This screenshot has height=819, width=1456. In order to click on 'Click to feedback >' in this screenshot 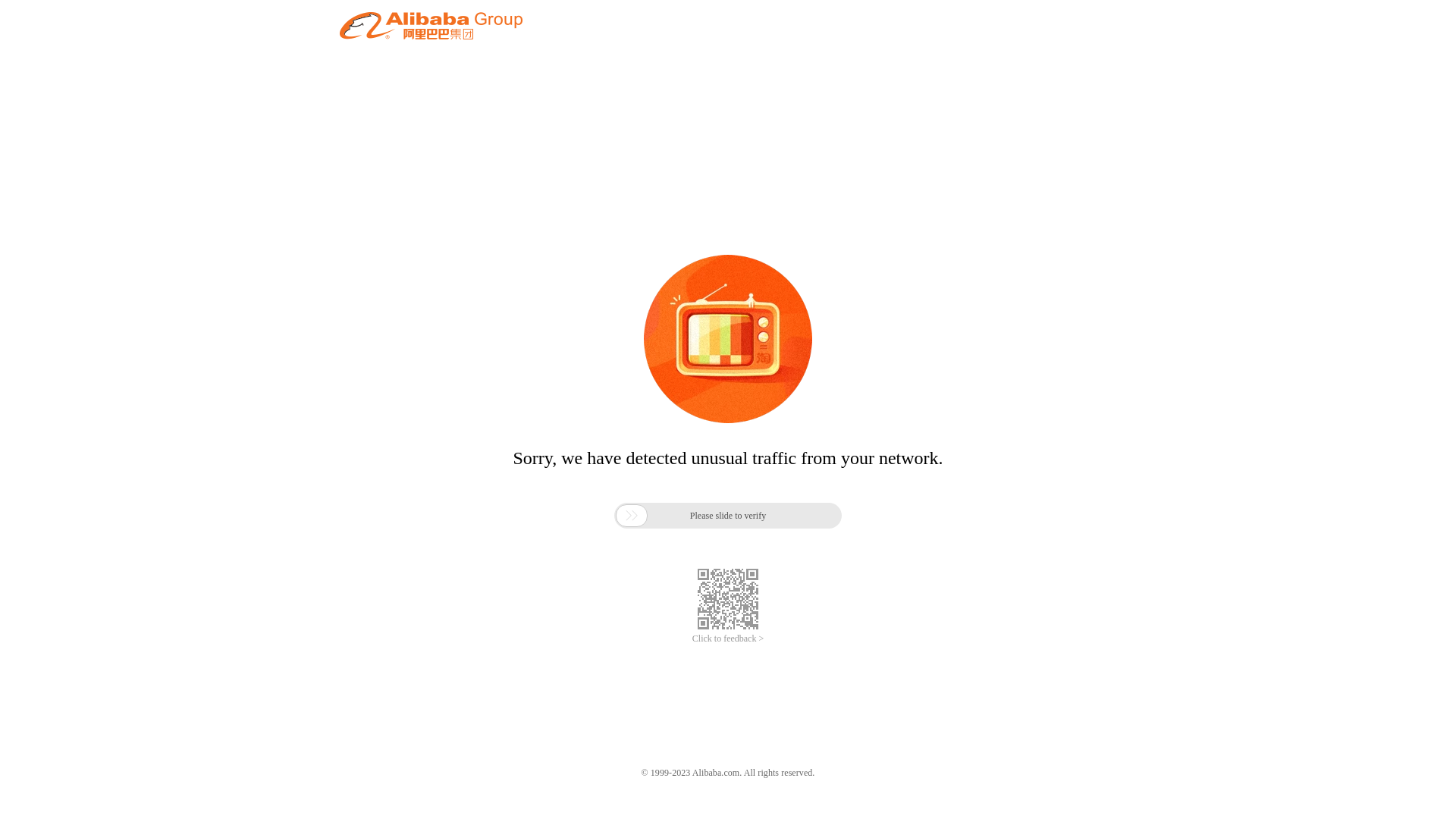, I will do `click(691, 639)`.